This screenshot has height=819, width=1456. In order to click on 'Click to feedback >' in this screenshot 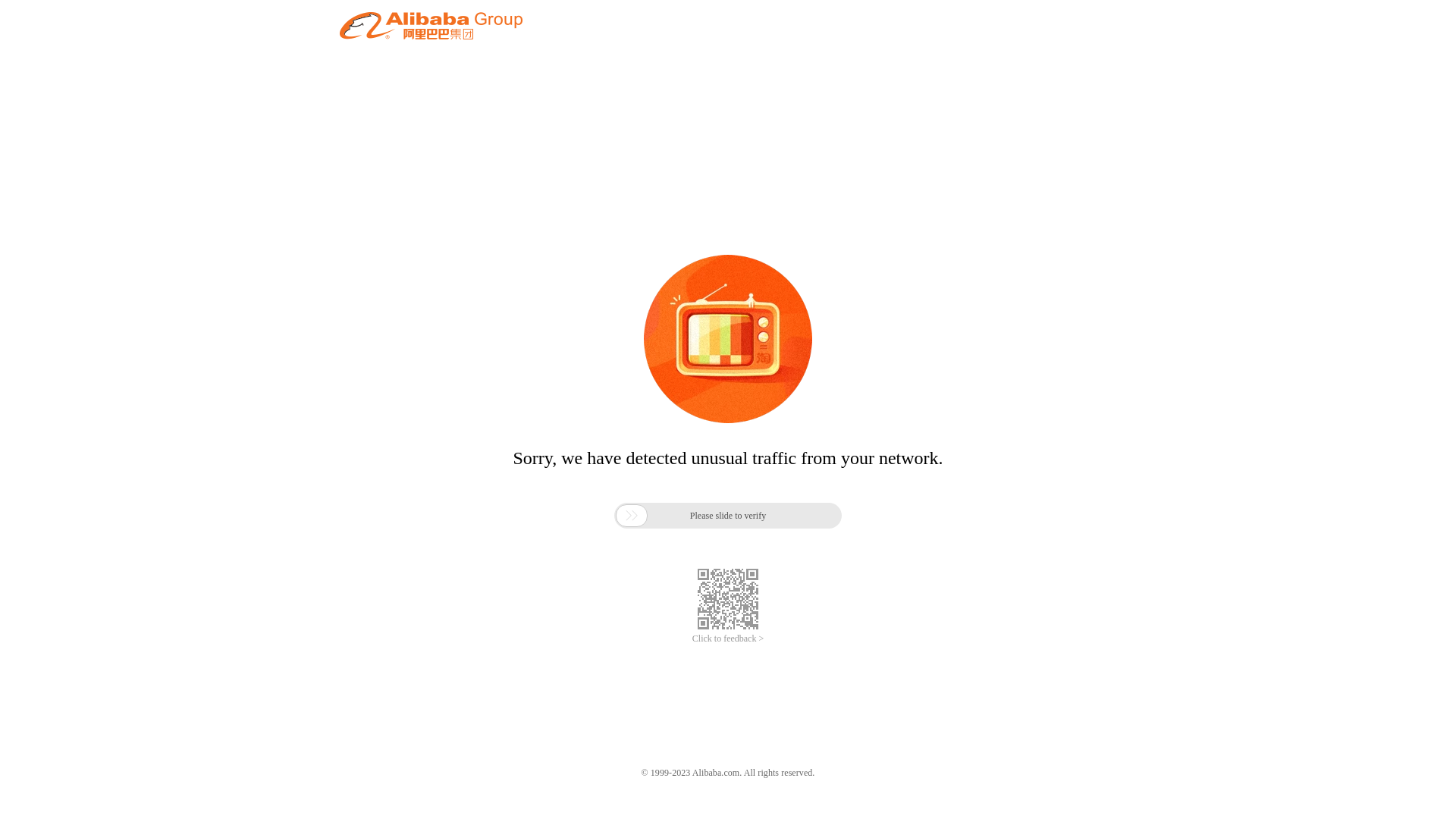, I will do `click(691, 639)`.